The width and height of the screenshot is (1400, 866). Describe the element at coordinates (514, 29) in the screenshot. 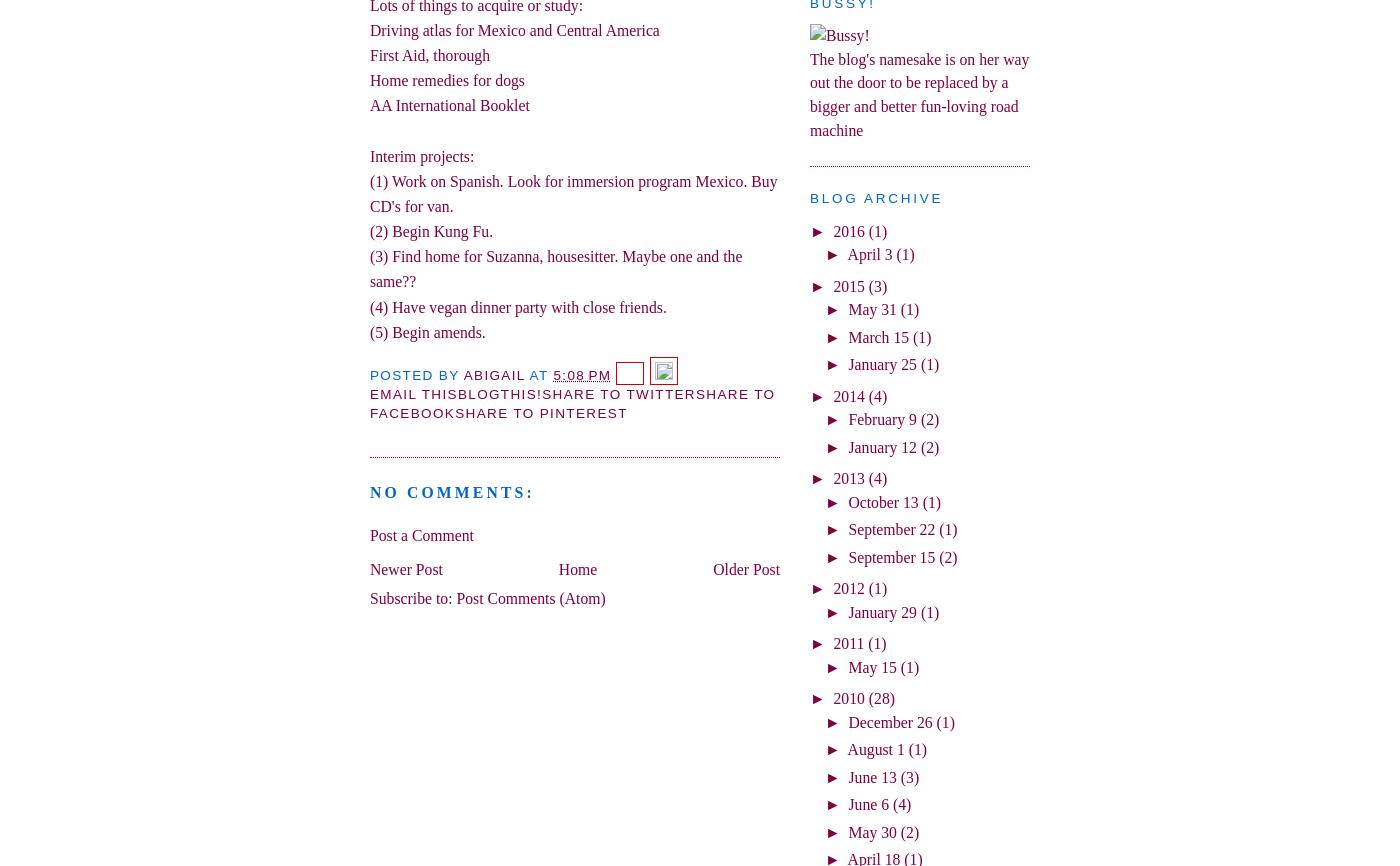

I see `'Driving atlas for Mexico and Central America'` at that location.